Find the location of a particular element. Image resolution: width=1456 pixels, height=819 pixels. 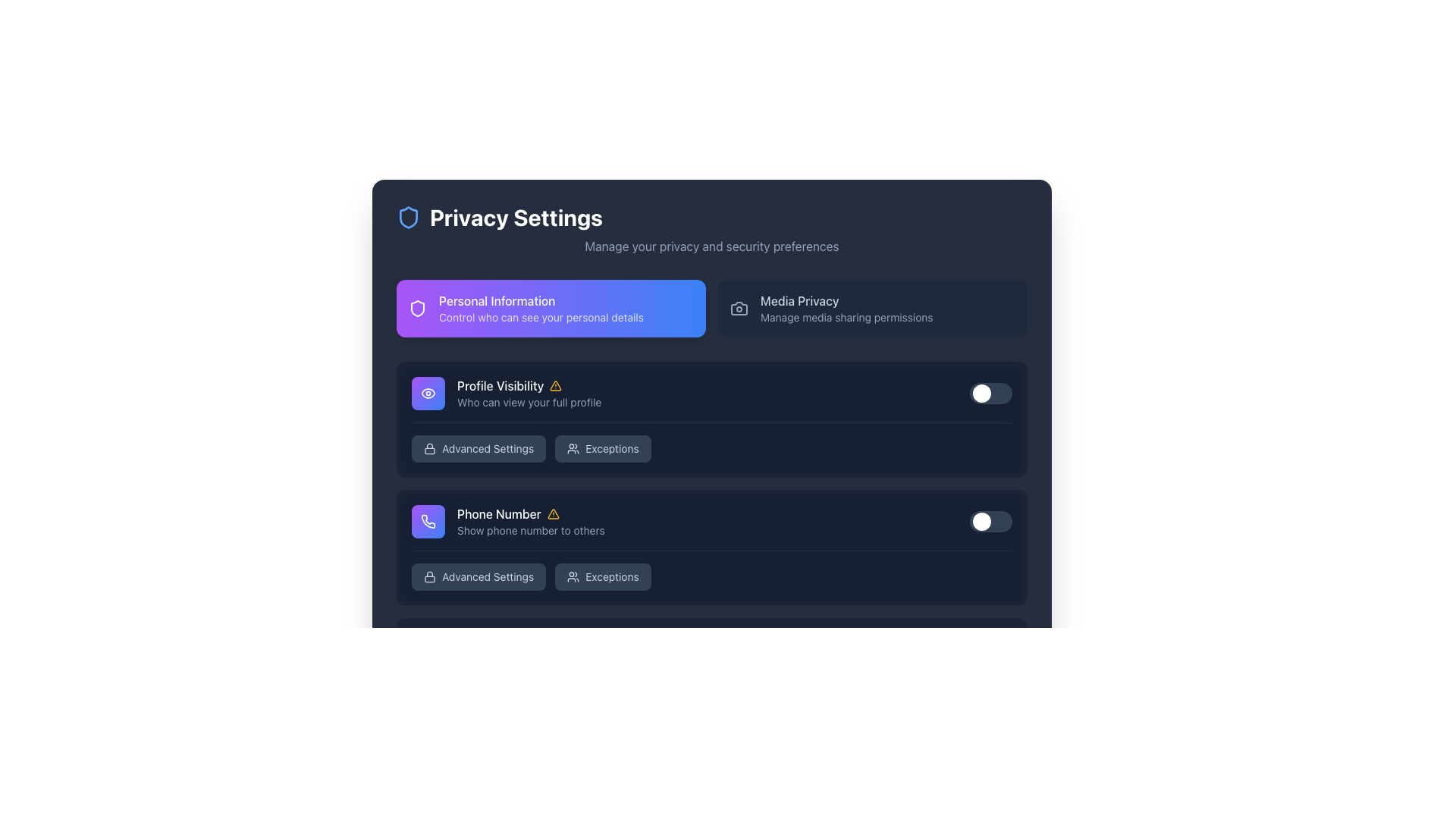

the static text label that provides descriptive context for the 'Profile Visibility' setting, positioned below the 'Profile Visibility' title text in the 'Privacy Settings' control panel is located at coordinates (529, 402).